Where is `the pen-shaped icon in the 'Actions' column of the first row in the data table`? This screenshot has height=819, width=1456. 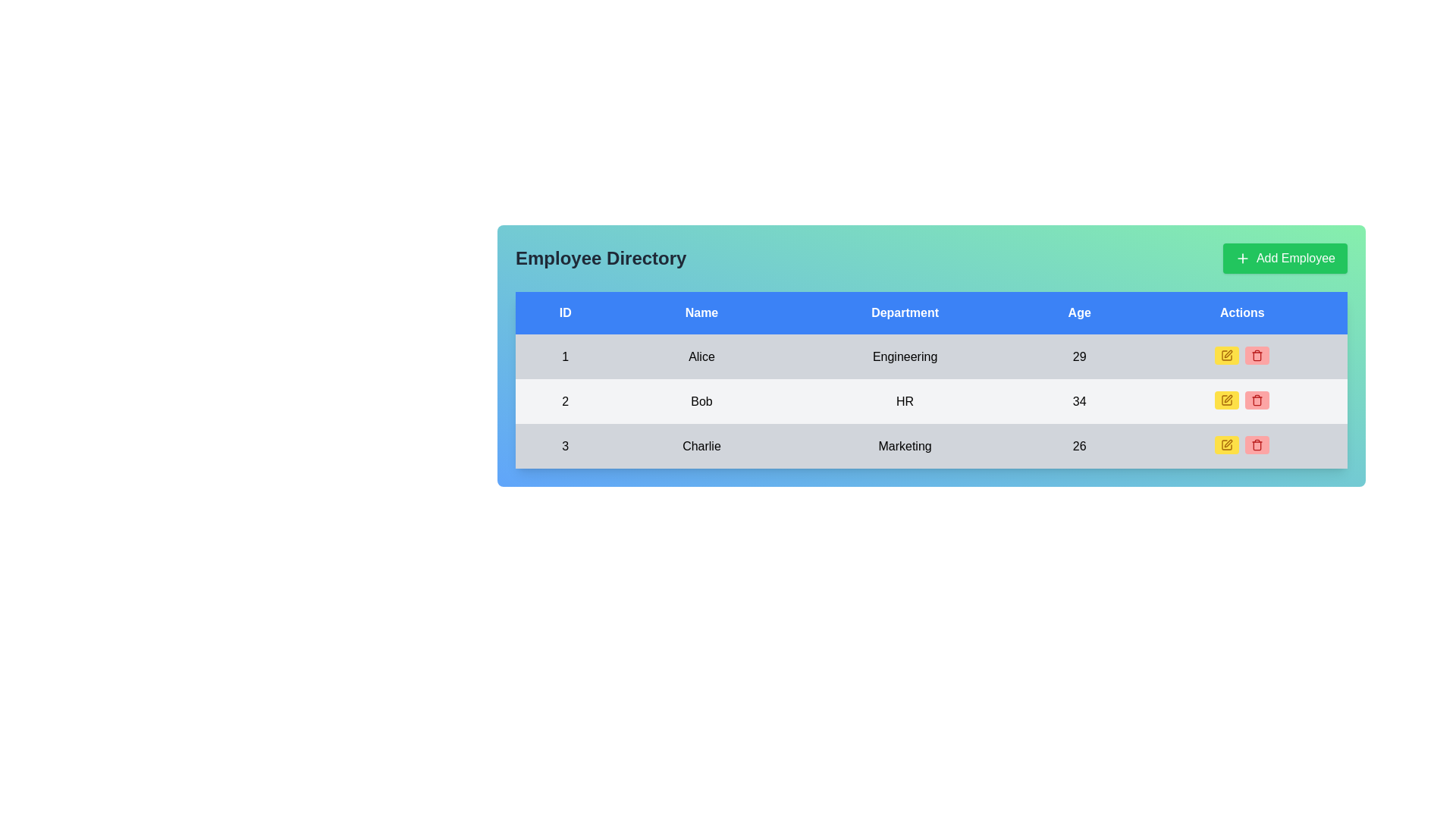
the pen-shaped icon in the 'Actions' column of the first row in the data table is located at coordinates (1228, 353).